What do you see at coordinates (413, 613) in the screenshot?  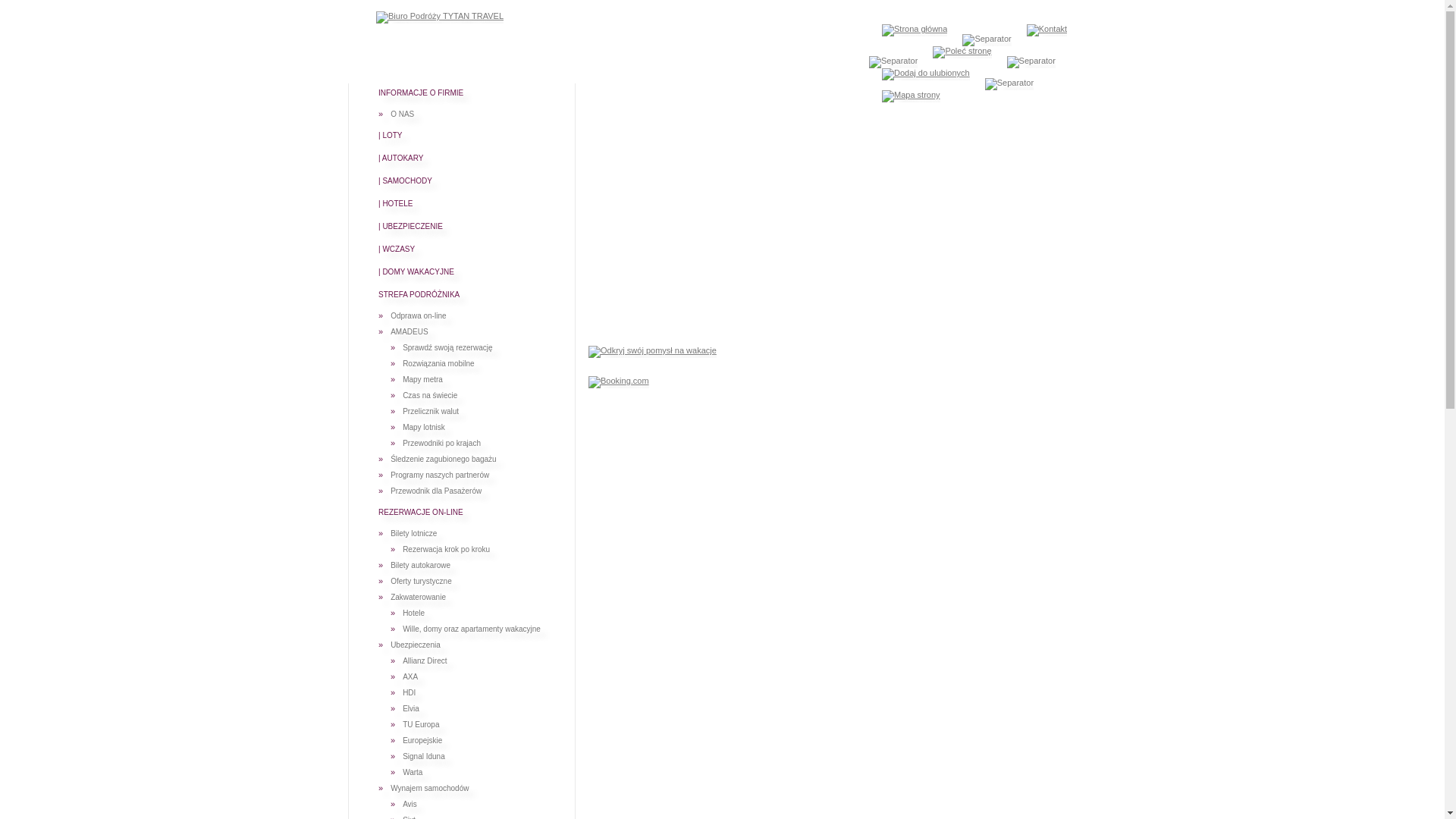 I see `'Hotele'` at bounding box center [413, 613].